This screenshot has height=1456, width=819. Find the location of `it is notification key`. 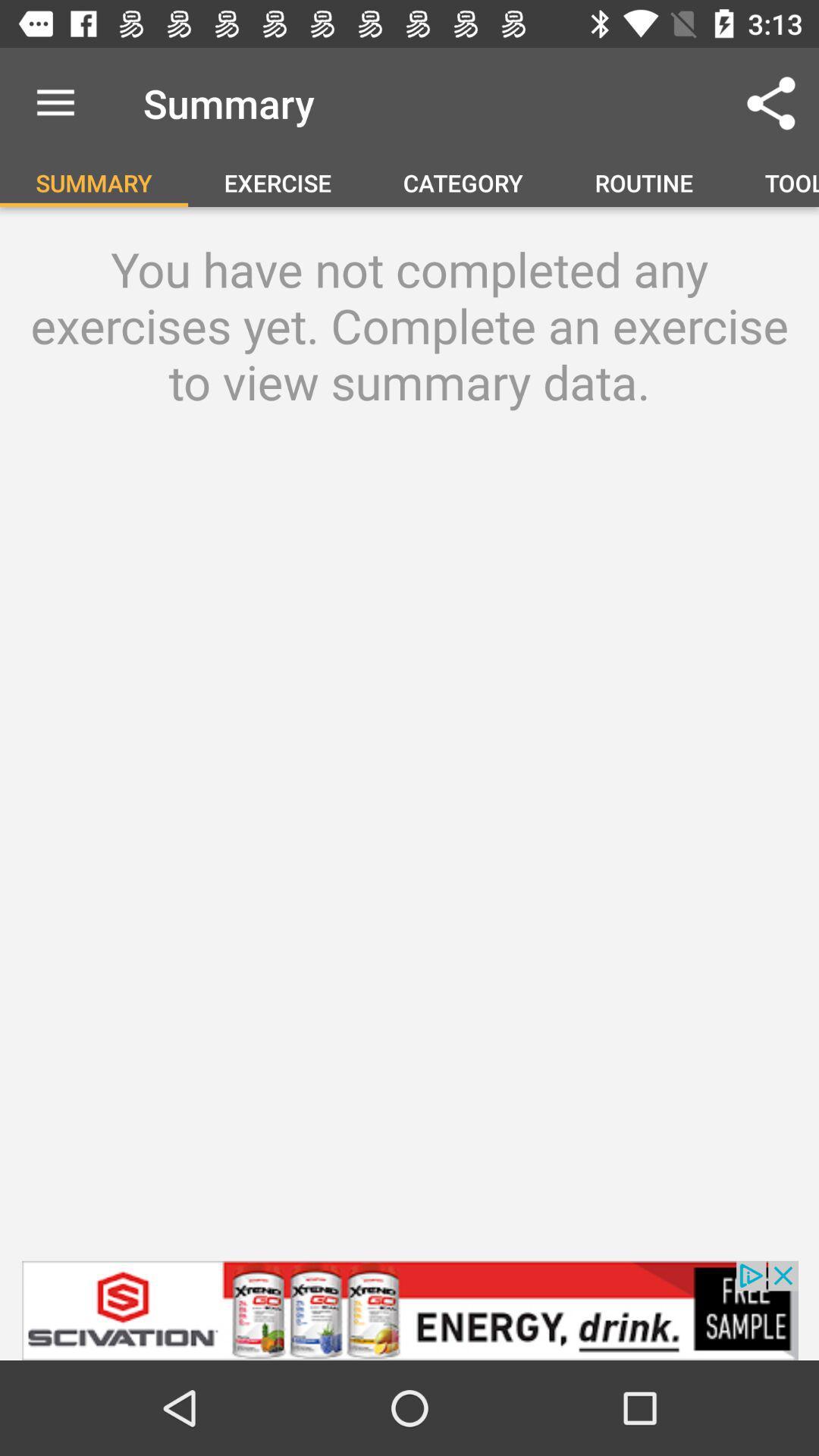

it is notification key is located at coordinates (409, 1310).